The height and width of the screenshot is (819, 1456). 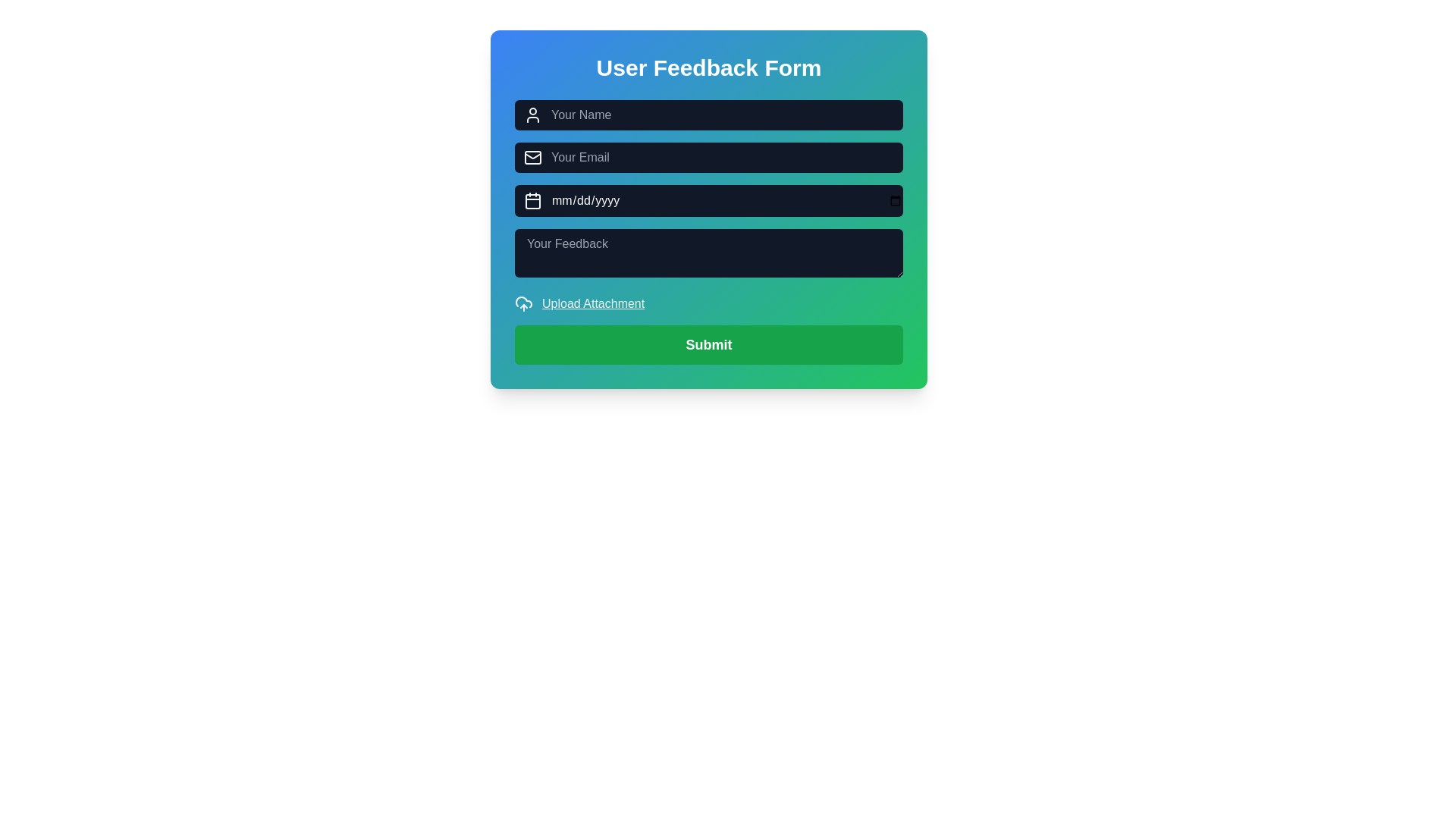 What do you see at coordinates (708, 304) in the screenshot?
I see `the Interactive Upload Button located below the 'Your Feedback' input field and above the 'Submit' button to upload a file` at bounding box center [708, 304].